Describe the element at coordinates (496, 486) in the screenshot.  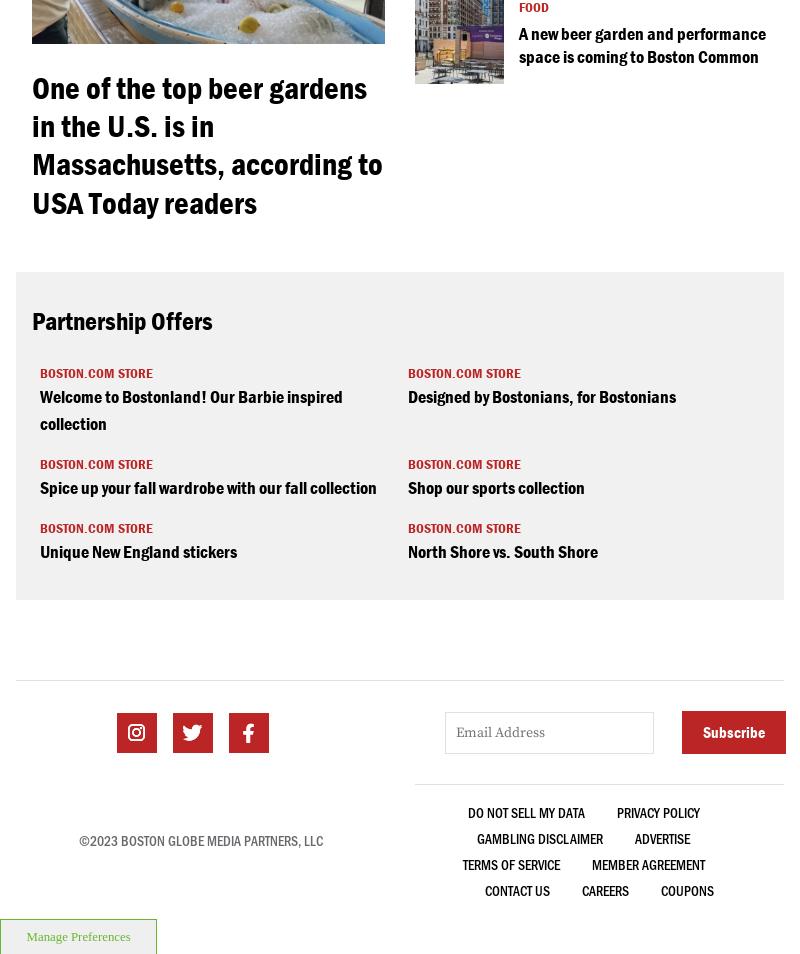
I see `'Shop our sports collection'` at that location.